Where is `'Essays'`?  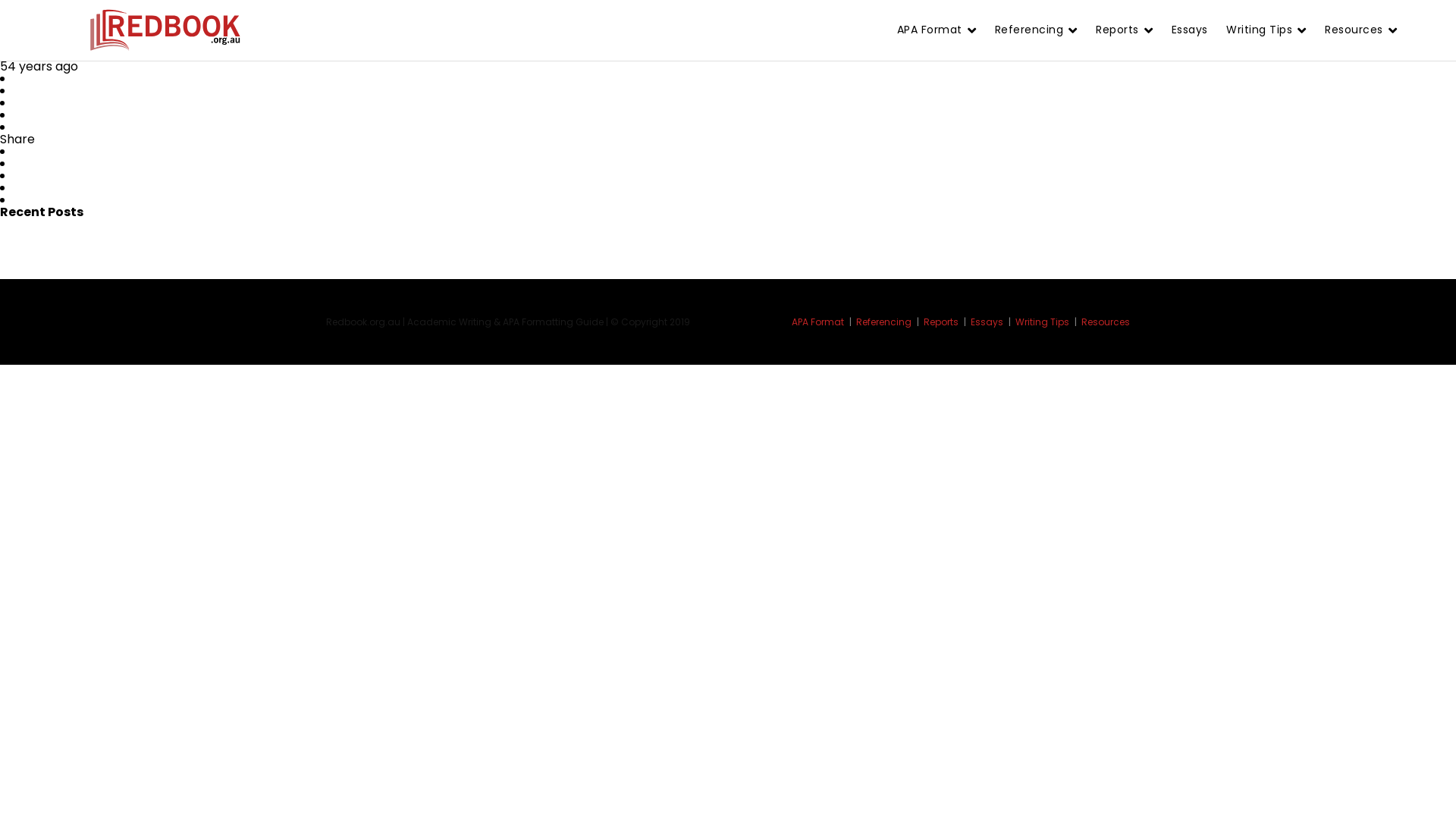 'Essays' is located at coordinates (991, 321).